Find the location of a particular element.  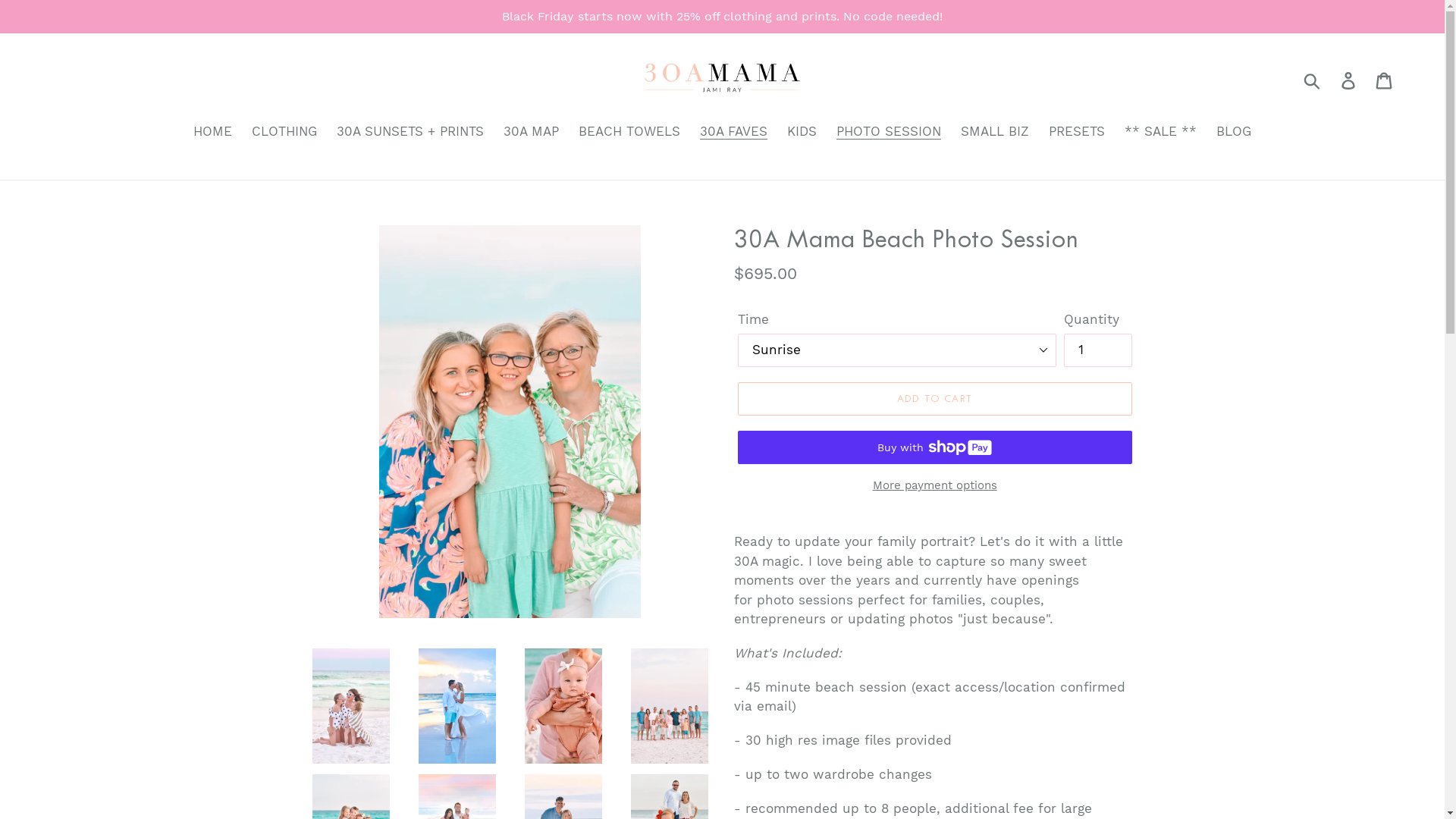

'Cart' is located at coordinates (1385, 79).